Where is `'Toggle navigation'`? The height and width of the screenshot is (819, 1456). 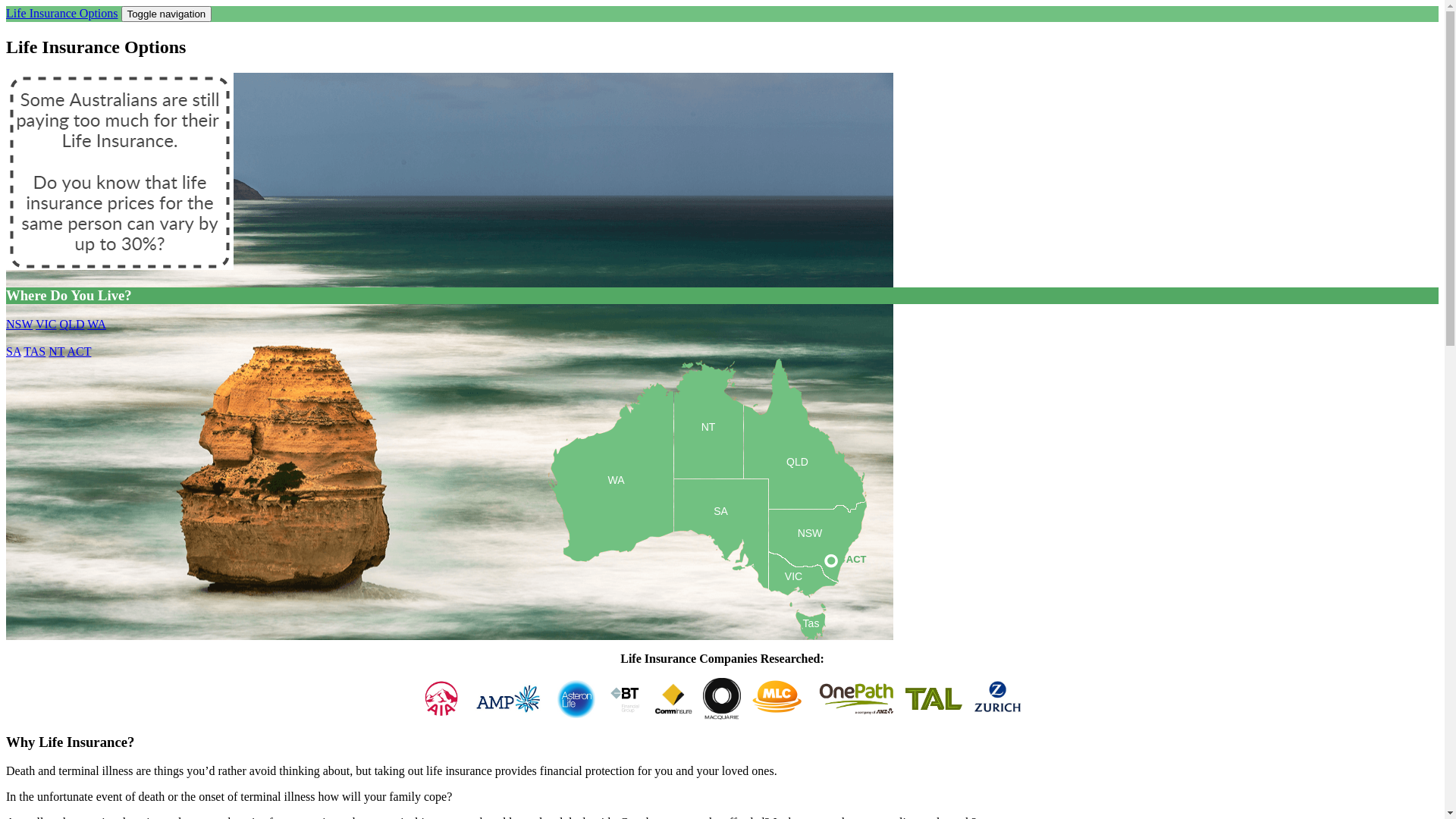 'Toggle navigation' is located at coordinates (167, 14).